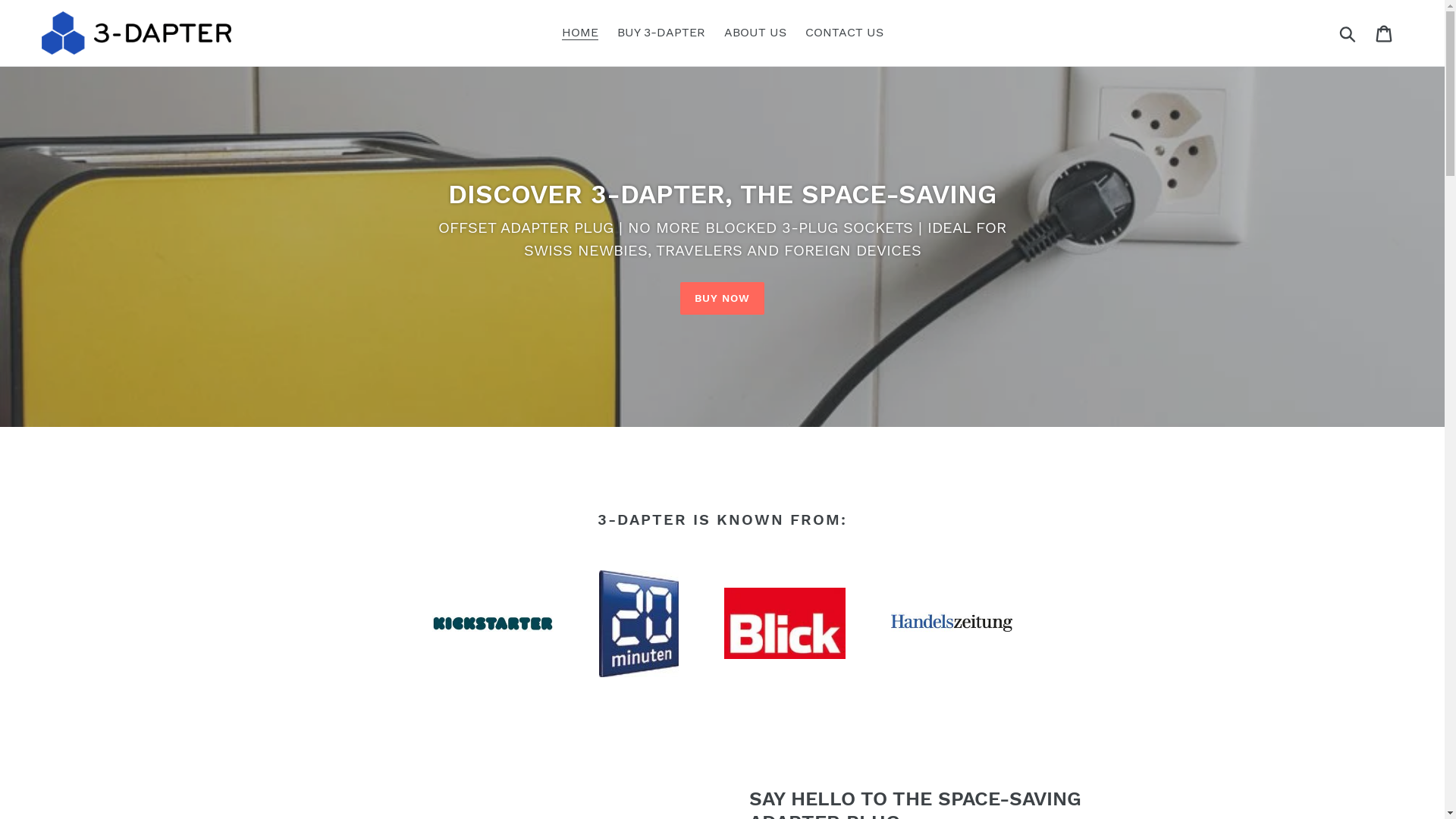 Image resolution: width=1456 pixels, height=819 pixels. What do you see at coordinates (843, 32) in the screenshot?
I see `'CONTACT US'` at bounding box center [843, 32].